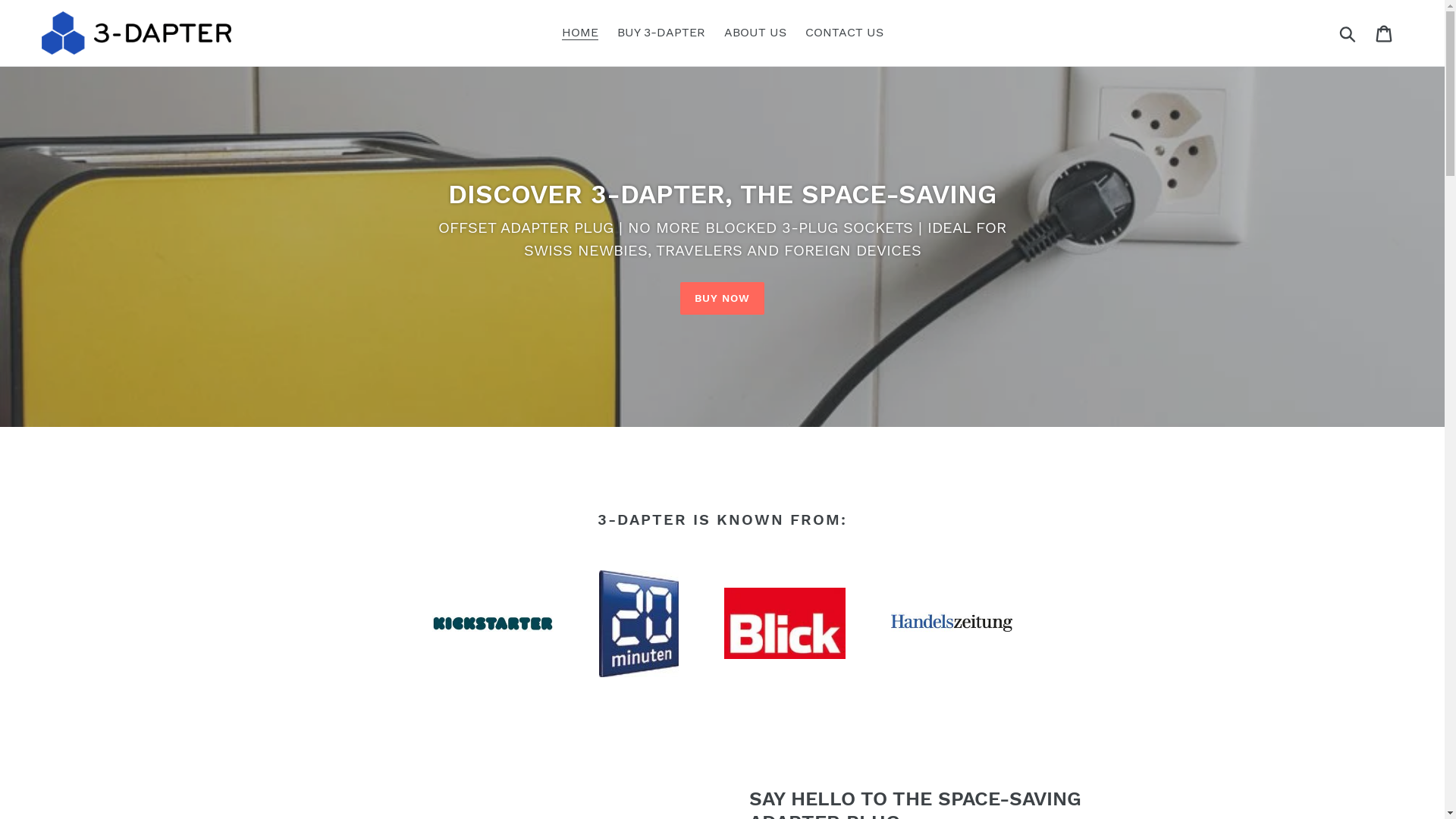 Image resolution: width=1456 pixels, height=819 pixels. What do you see at coordinates (843, 32) in the screenshot?
I see `'CONTACT US'` at bounding box center [843, 32].